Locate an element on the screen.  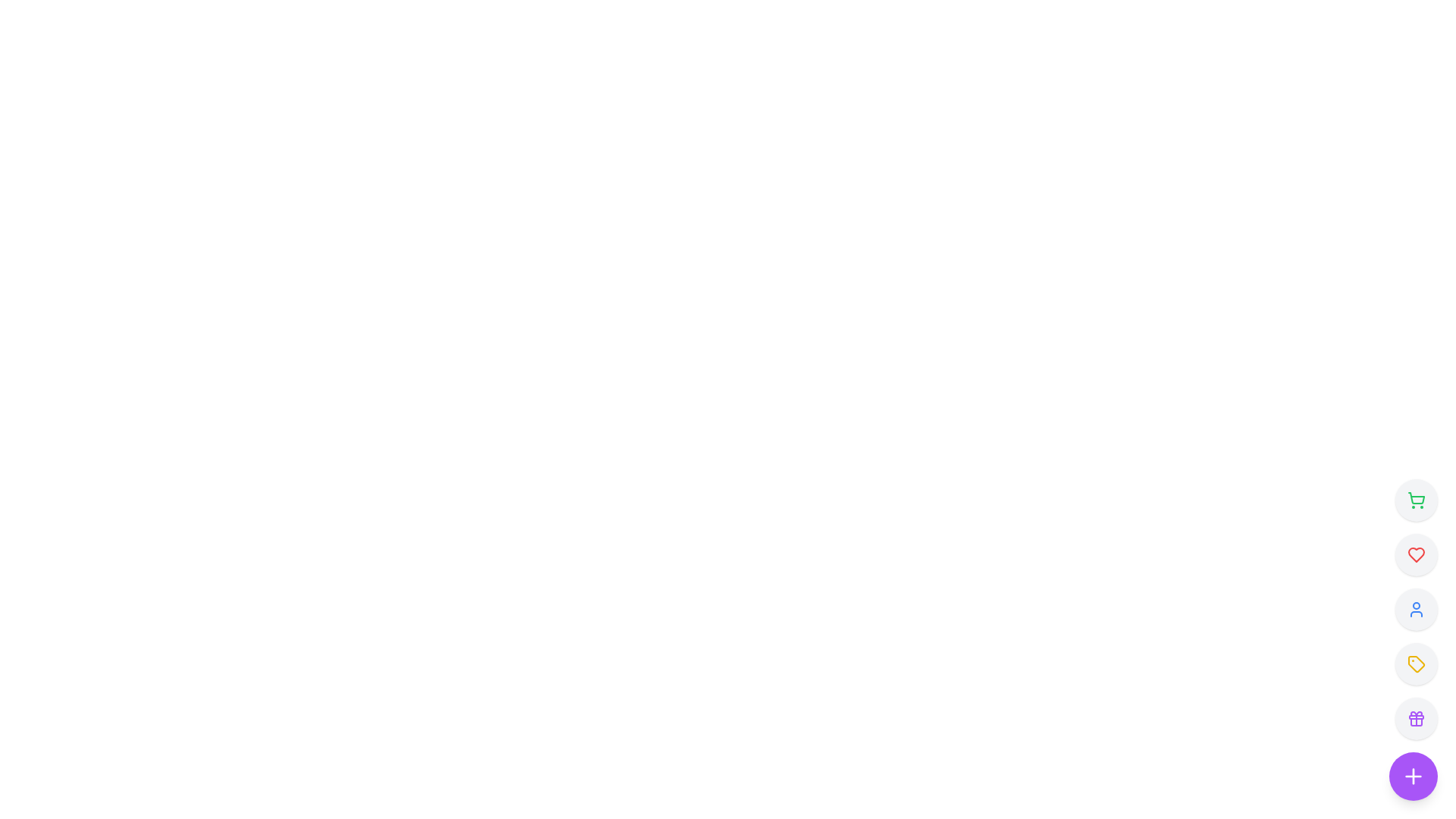
the third button from the top in the vertical arrangement on the far right is located at coordinates (1415, 608).